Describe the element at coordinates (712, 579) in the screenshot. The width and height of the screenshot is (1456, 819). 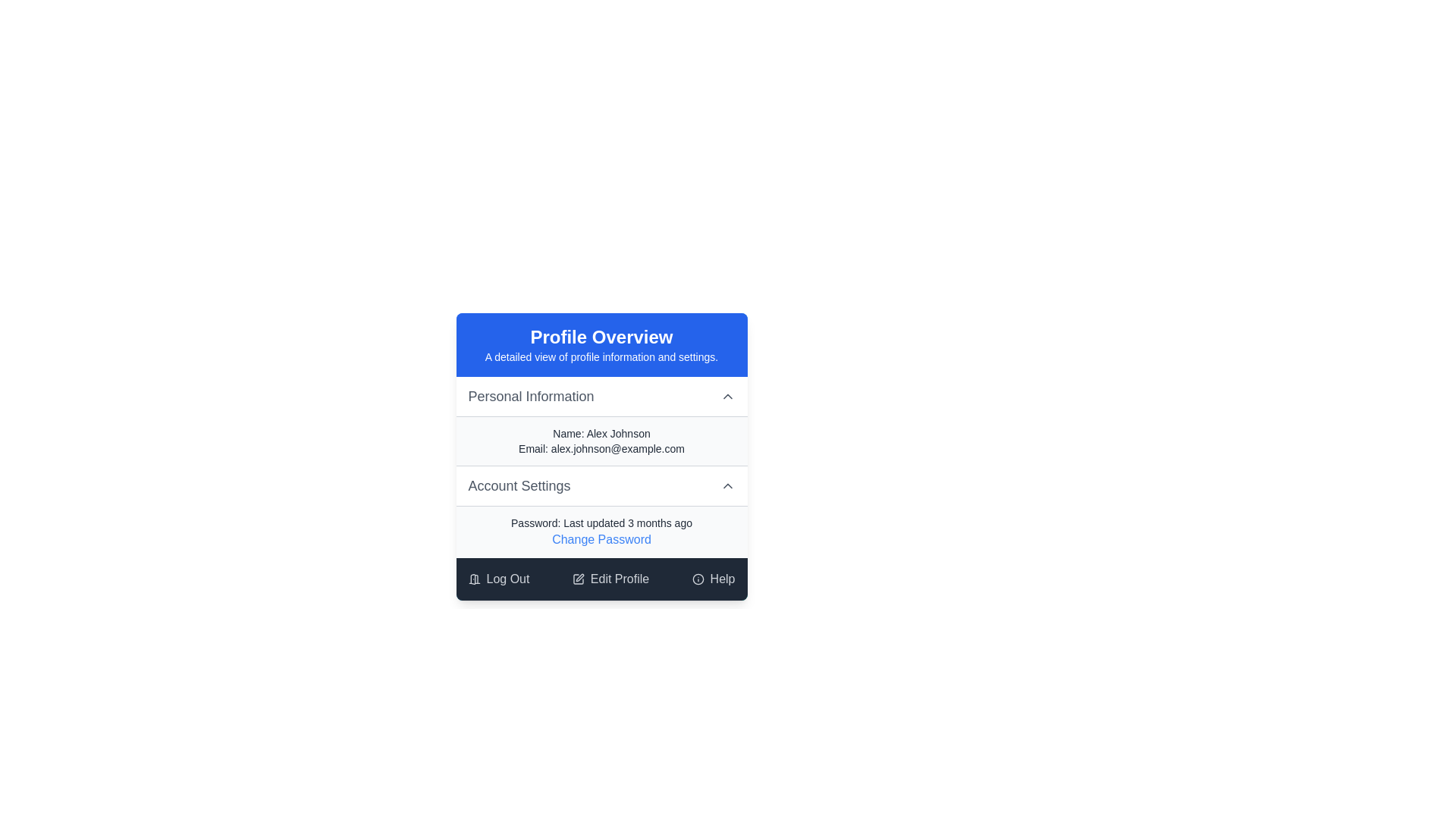
I see `the help or guidance button, which is the third and rightmost item in the bottom row of the card-like interface, following the 'Log Out' and 'Edit Profile' buttons` at that location.